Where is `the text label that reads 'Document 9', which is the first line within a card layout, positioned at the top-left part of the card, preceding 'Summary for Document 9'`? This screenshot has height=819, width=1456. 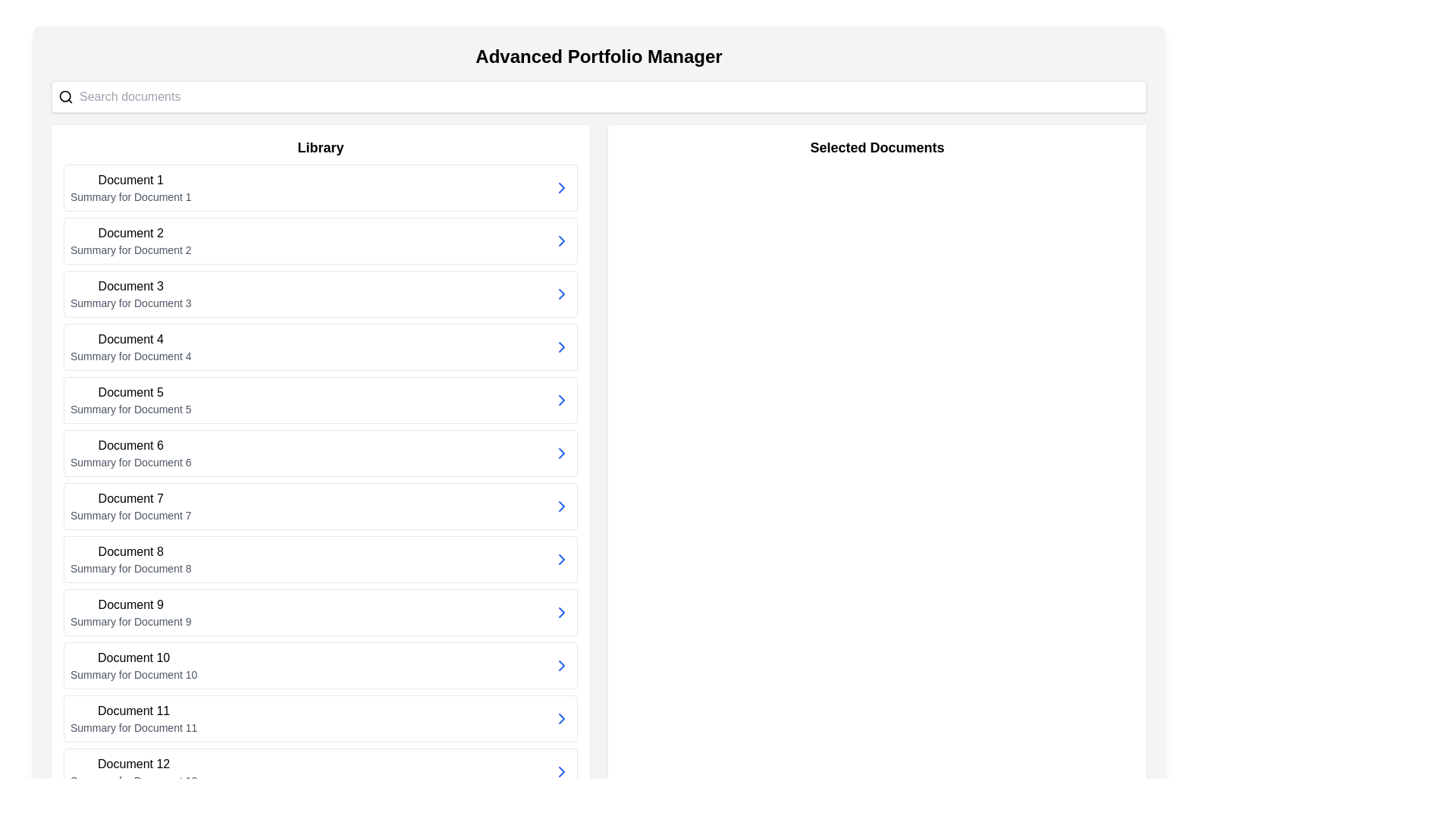 the text label that reads 'Document 9', which is the first line within a card layout, positioned at the top-left part of the card, preceding 'Summary for Document 9' is located at coordinates (130, 604).